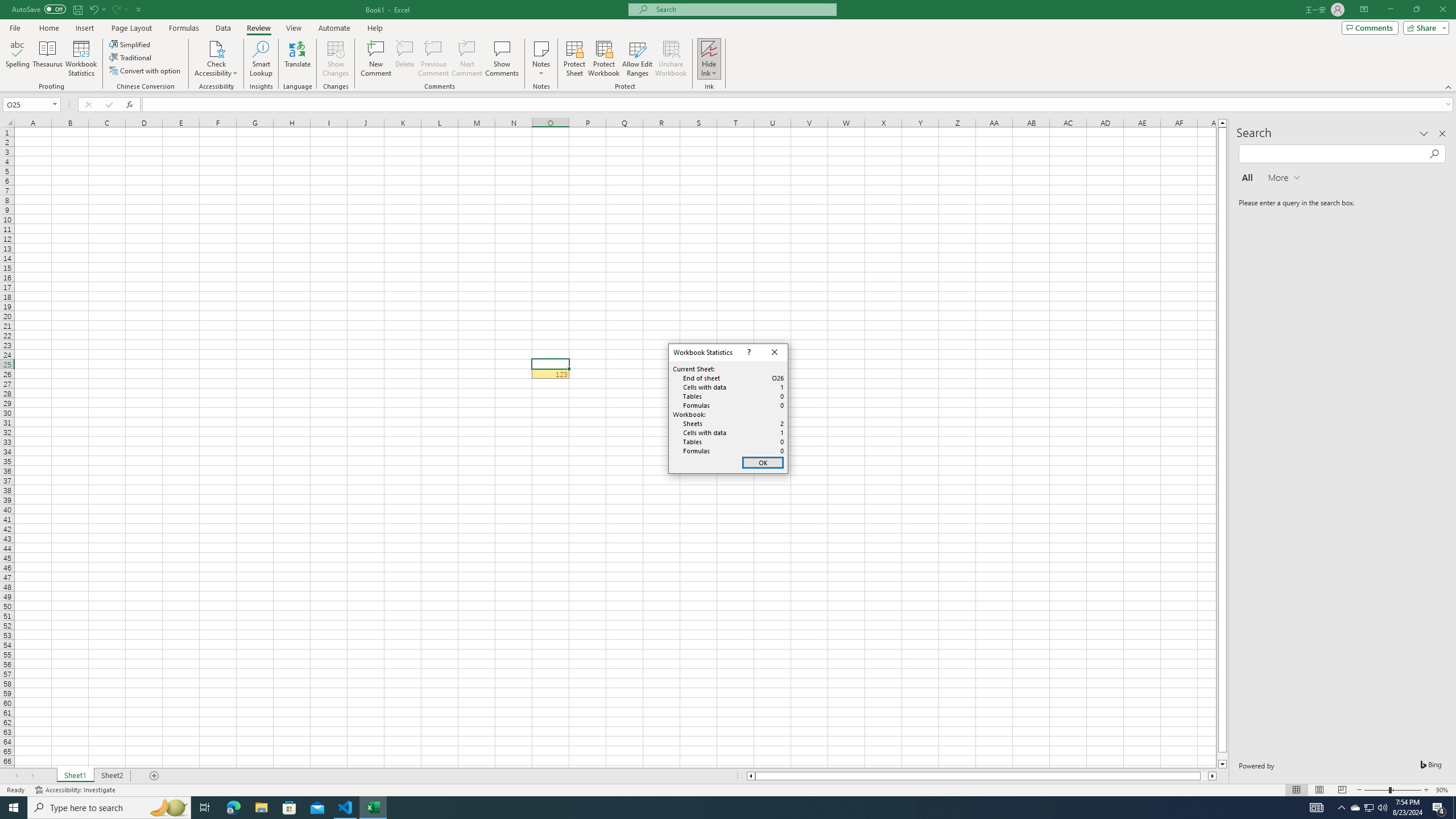  I want to click on 'Automate', so click(334, 28).